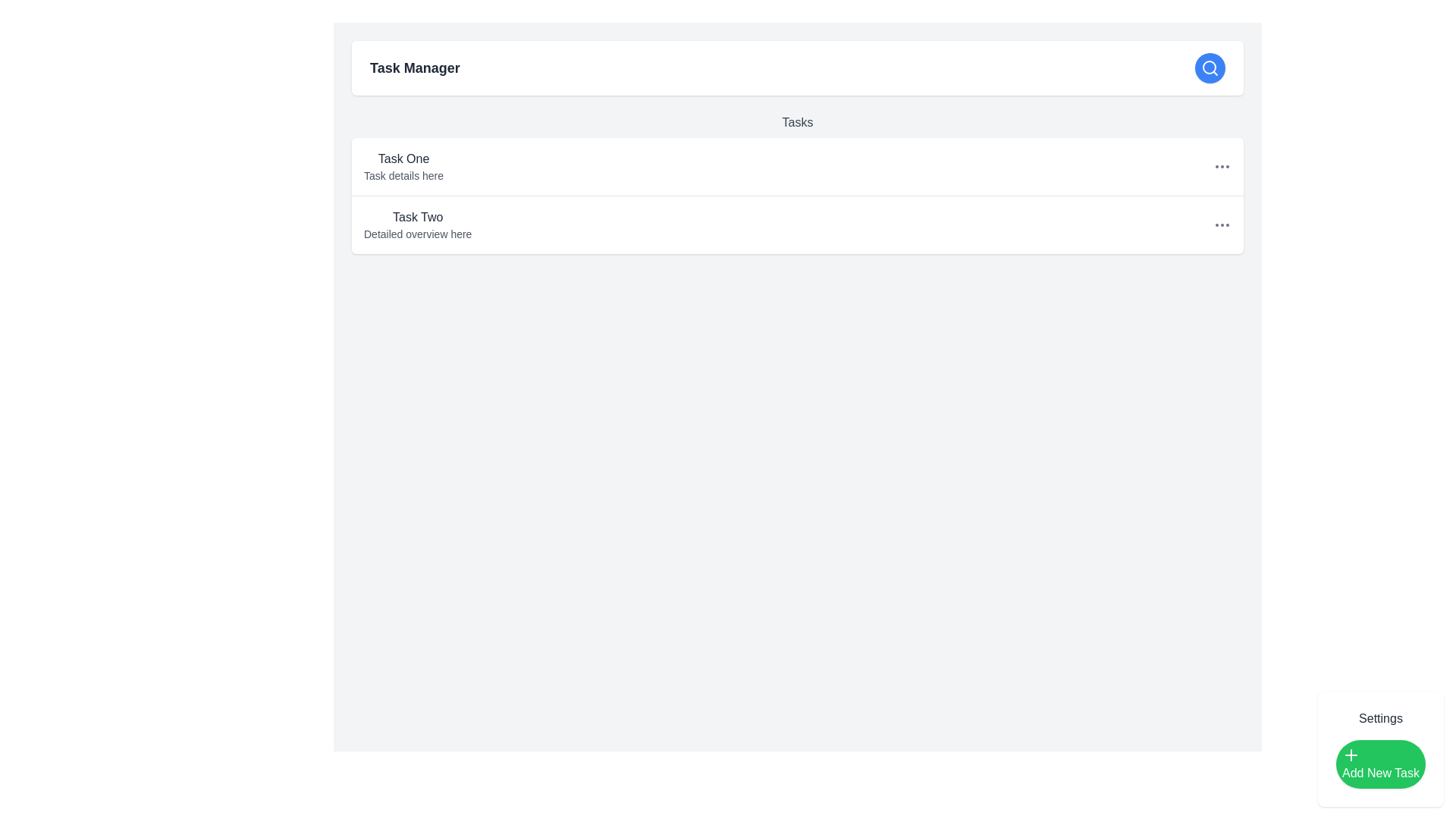  Describe the element at coordinates (403, 174) in the screenshot. I see `the static informational text located directly beneath the 'Task One' label, which provides additional context about the task` at that location.